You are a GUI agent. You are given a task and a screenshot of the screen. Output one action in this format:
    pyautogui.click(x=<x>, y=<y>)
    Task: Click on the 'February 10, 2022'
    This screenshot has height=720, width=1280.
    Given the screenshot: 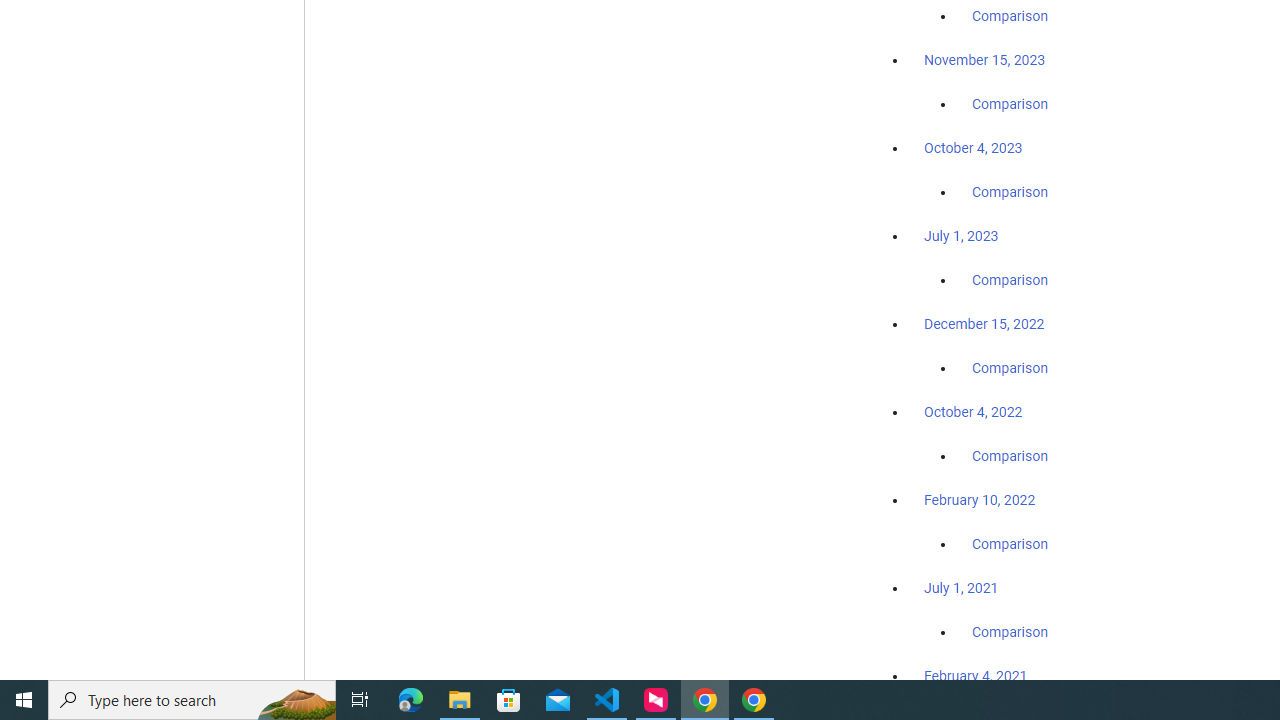 What is the action you would take?
    pyautogui.click(x=979, y=499)
    